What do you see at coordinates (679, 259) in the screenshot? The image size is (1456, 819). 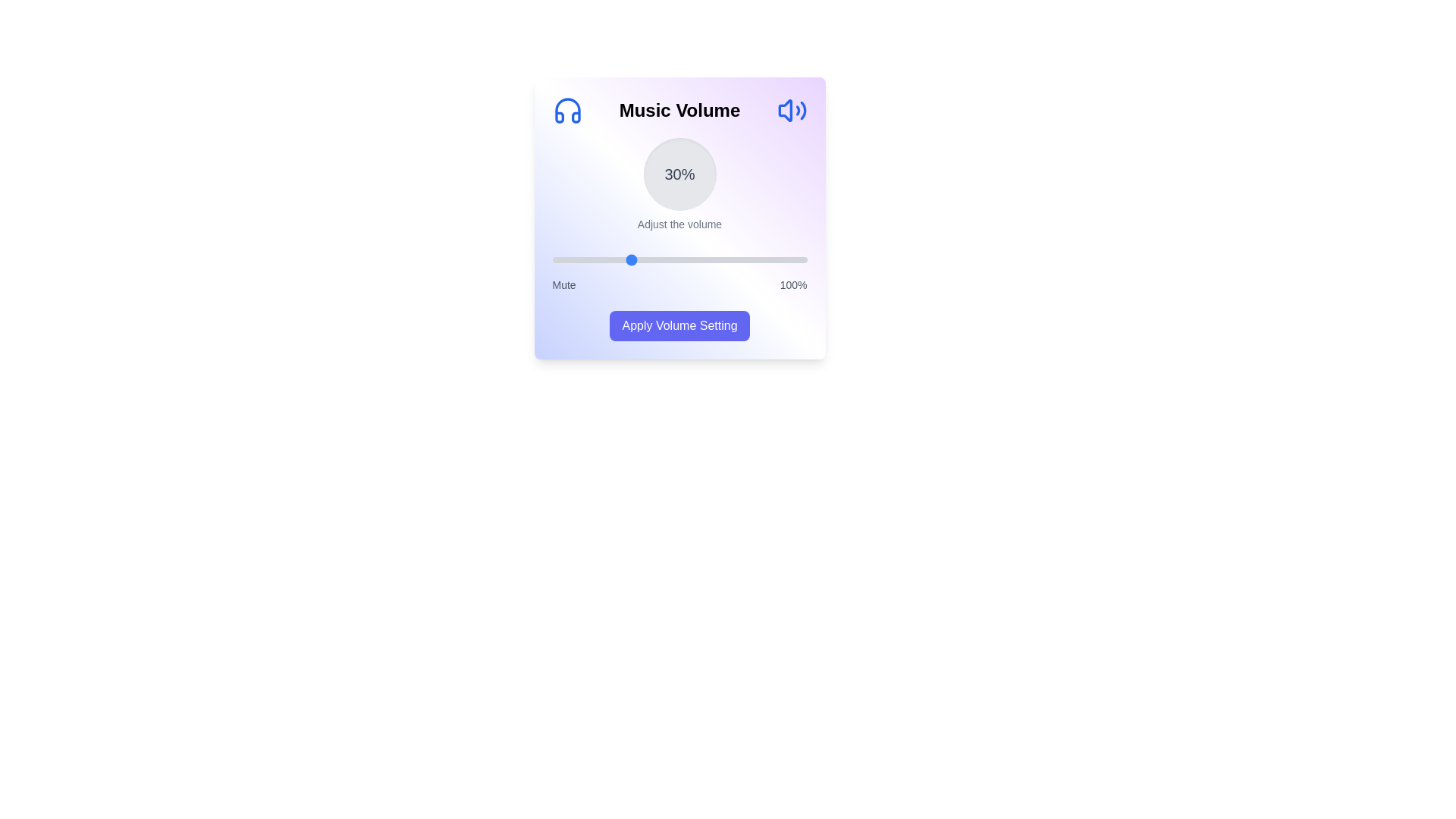 I see `the volume slider to 50%` at bounding box center [679, 259].